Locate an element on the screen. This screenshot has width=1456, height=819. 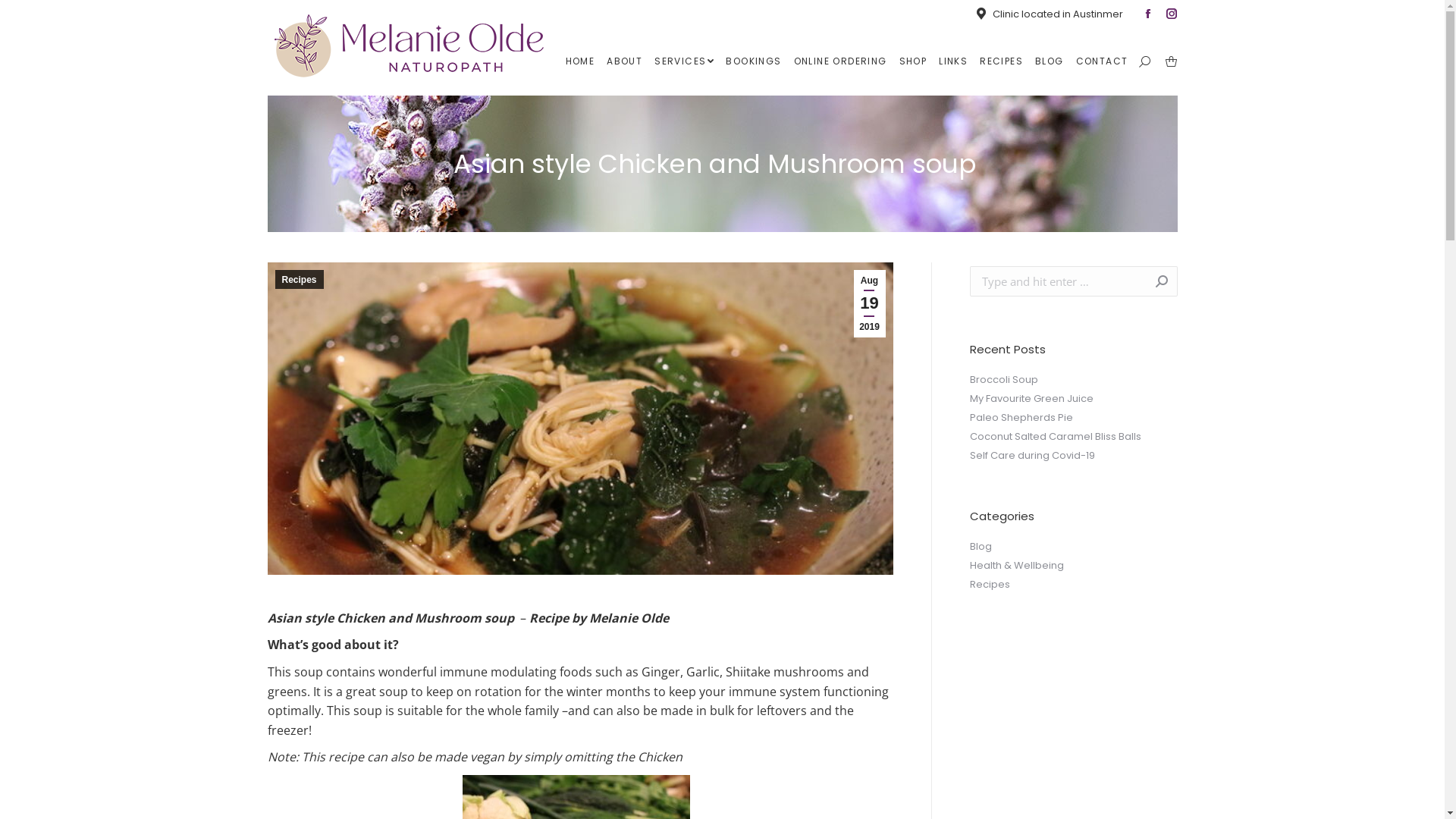
'SHOP' is located at coordinates (912, 61).